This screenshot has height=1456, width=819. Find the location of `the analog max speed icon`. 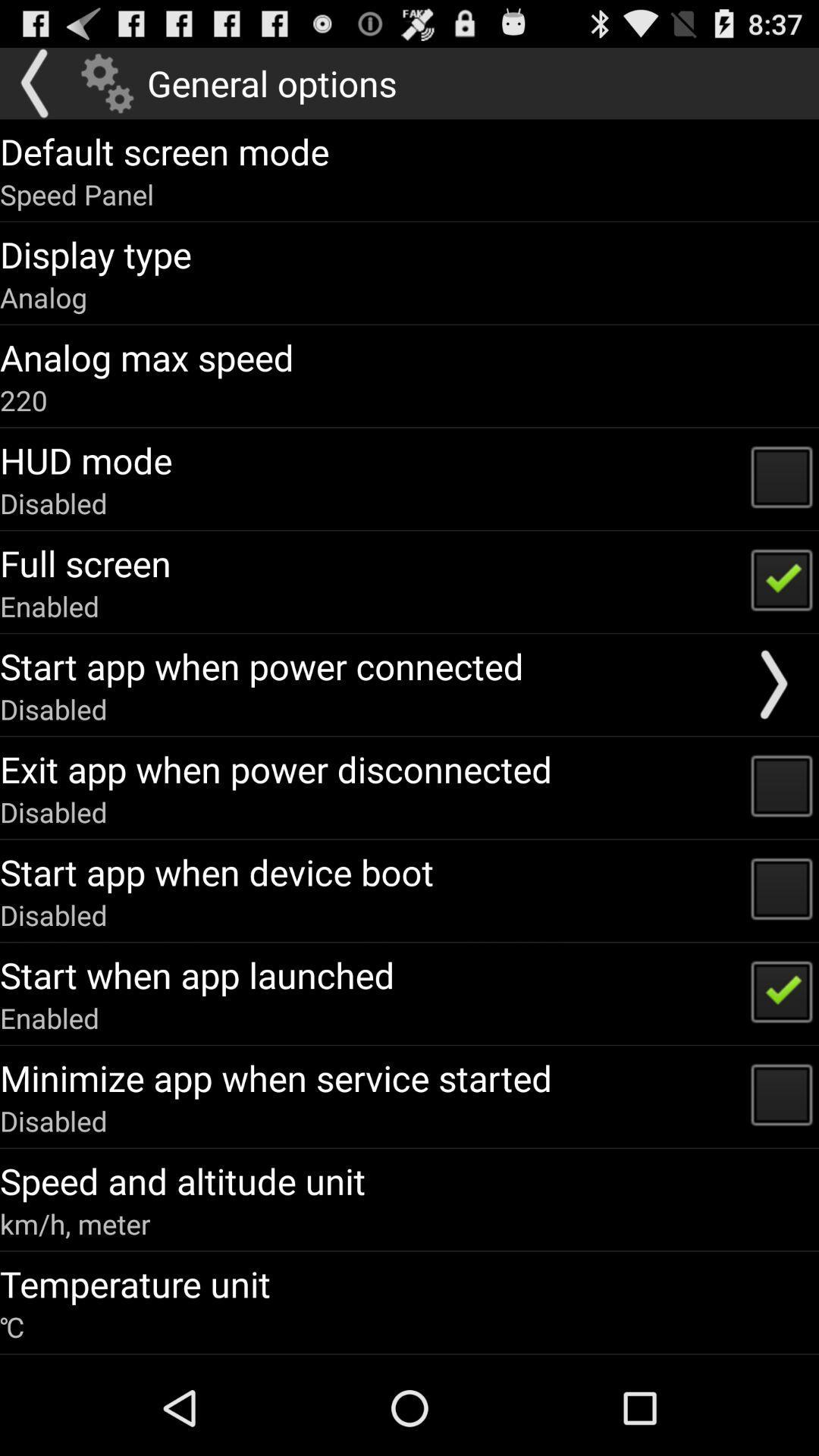

the analog max speed icon is located at coordinates (146, 356).